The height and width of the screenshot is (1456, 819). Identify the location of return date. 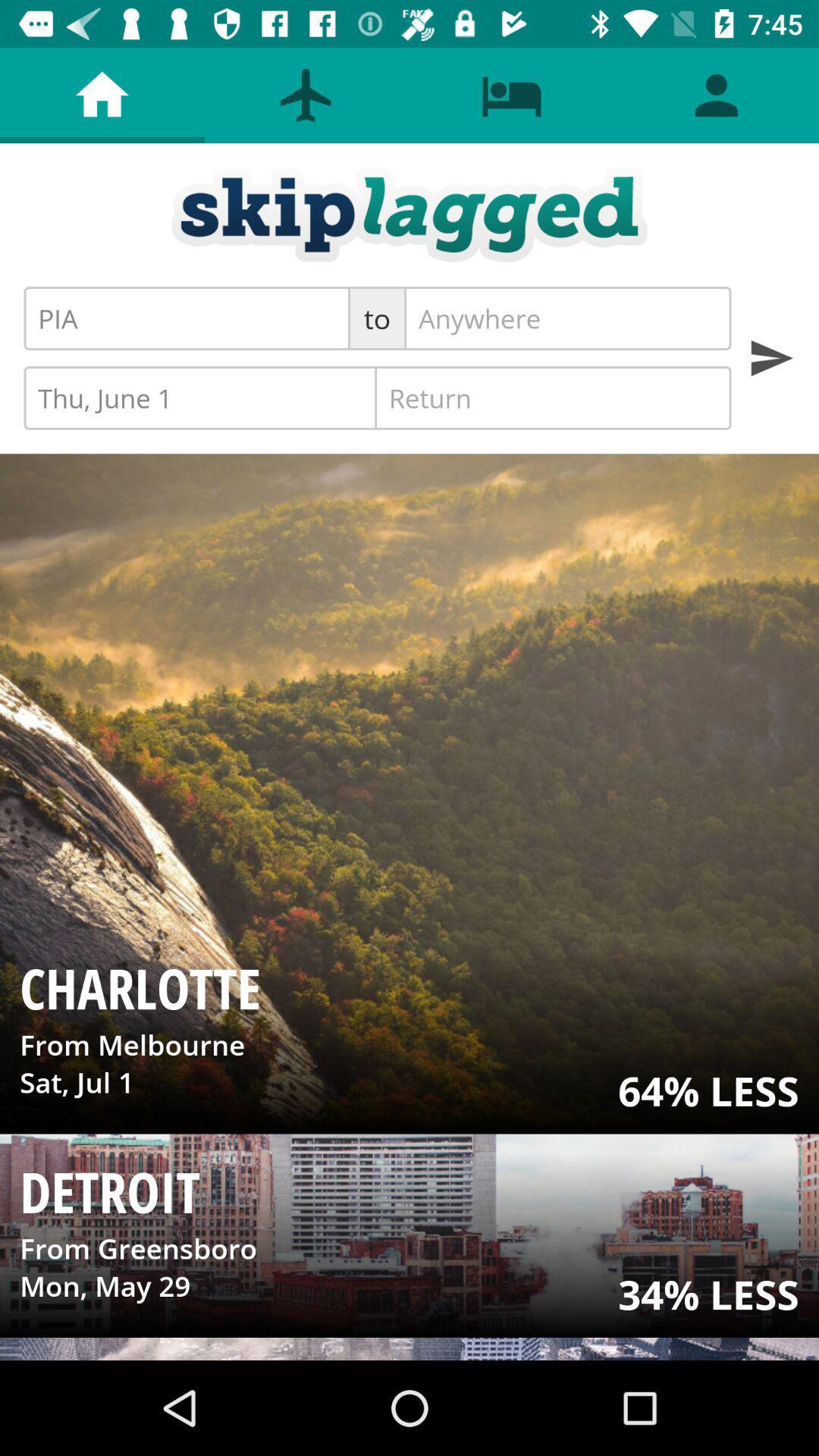
(553, 397).